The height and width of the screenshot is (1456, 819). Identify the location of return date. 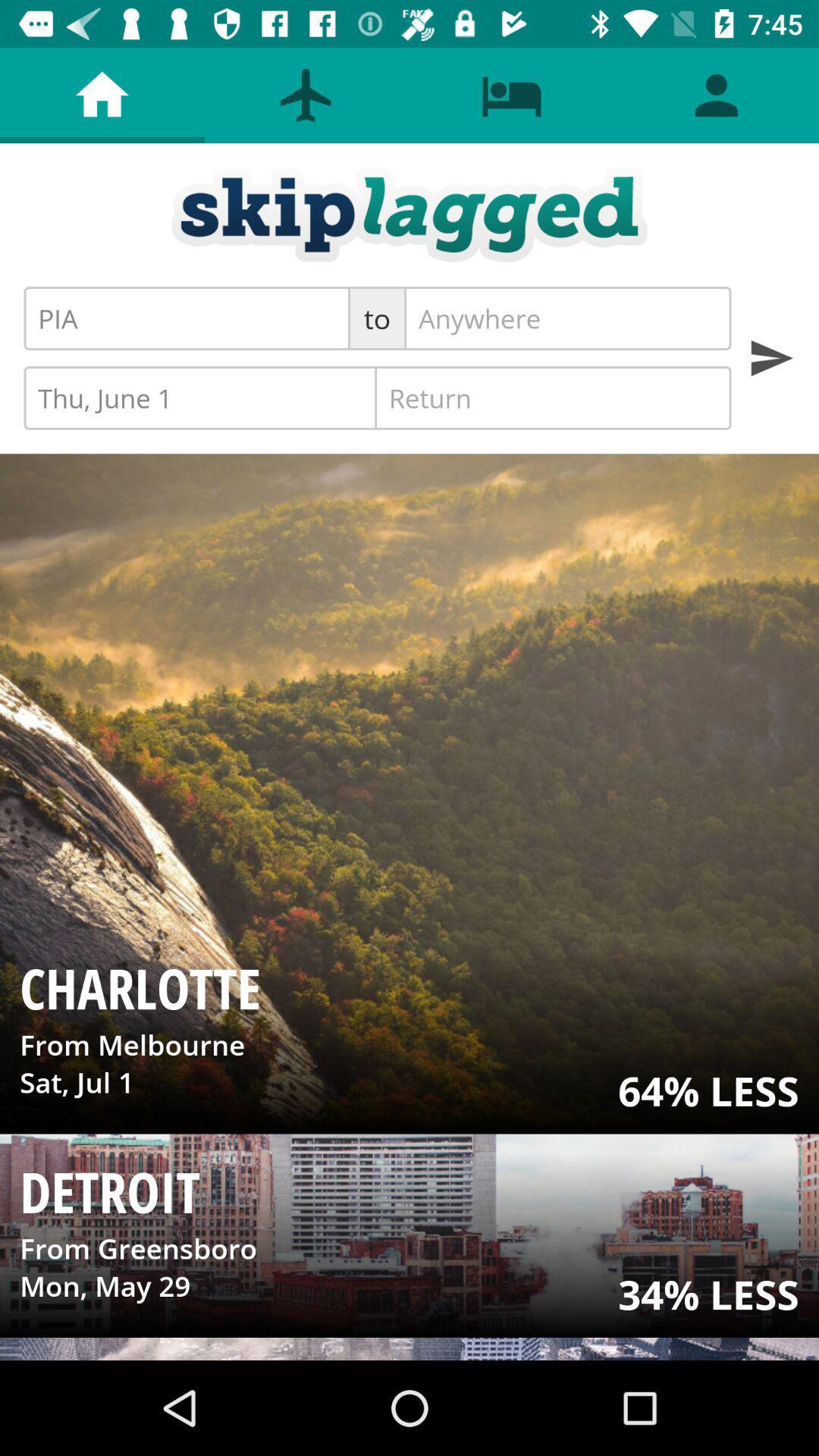
(553, 397).